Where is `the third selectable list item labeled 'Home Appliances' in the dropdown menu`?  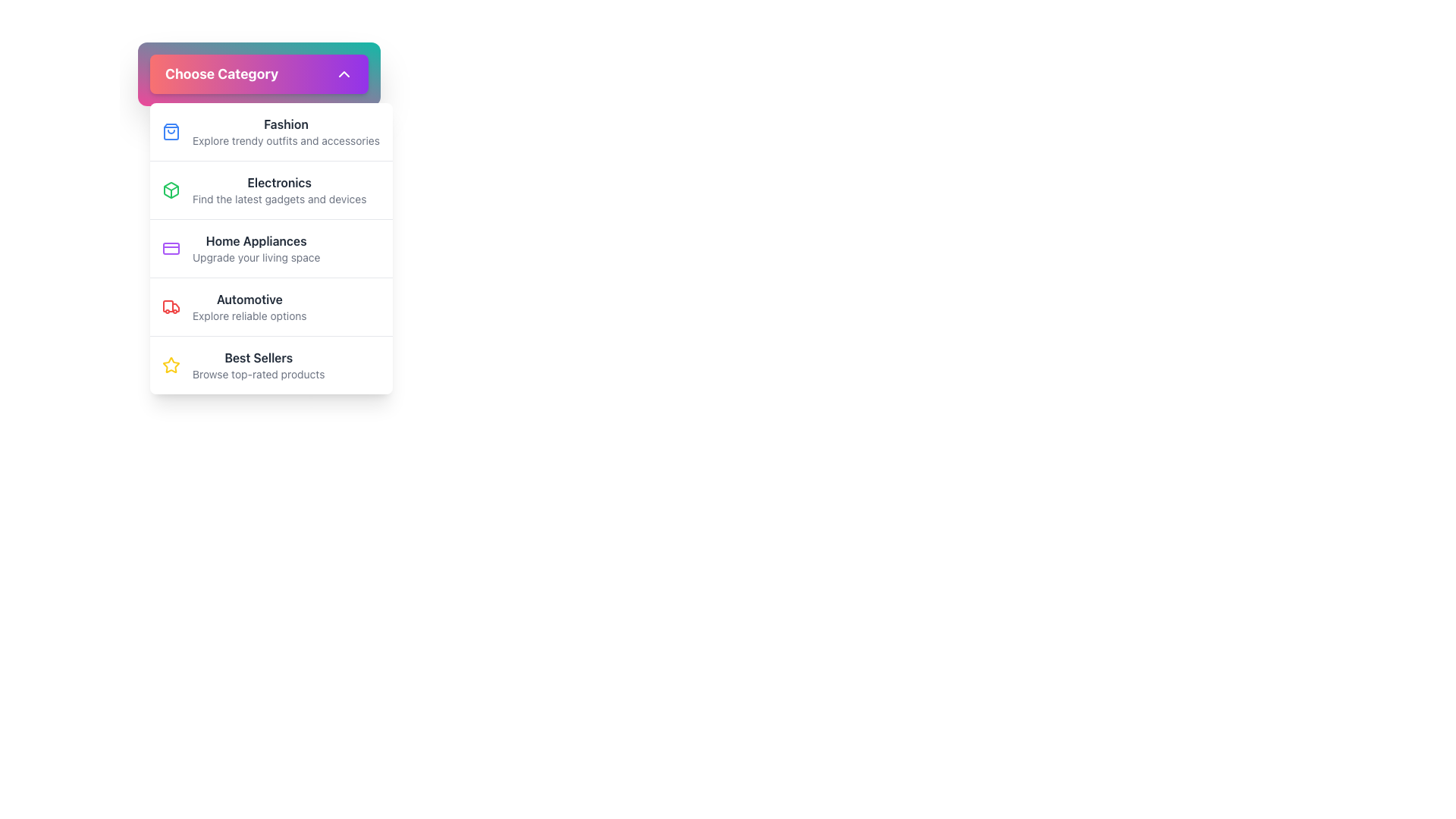
the third selectable list item labeled 'Home Appliances' in the dropdown menu is located at coordinates (271, 247).